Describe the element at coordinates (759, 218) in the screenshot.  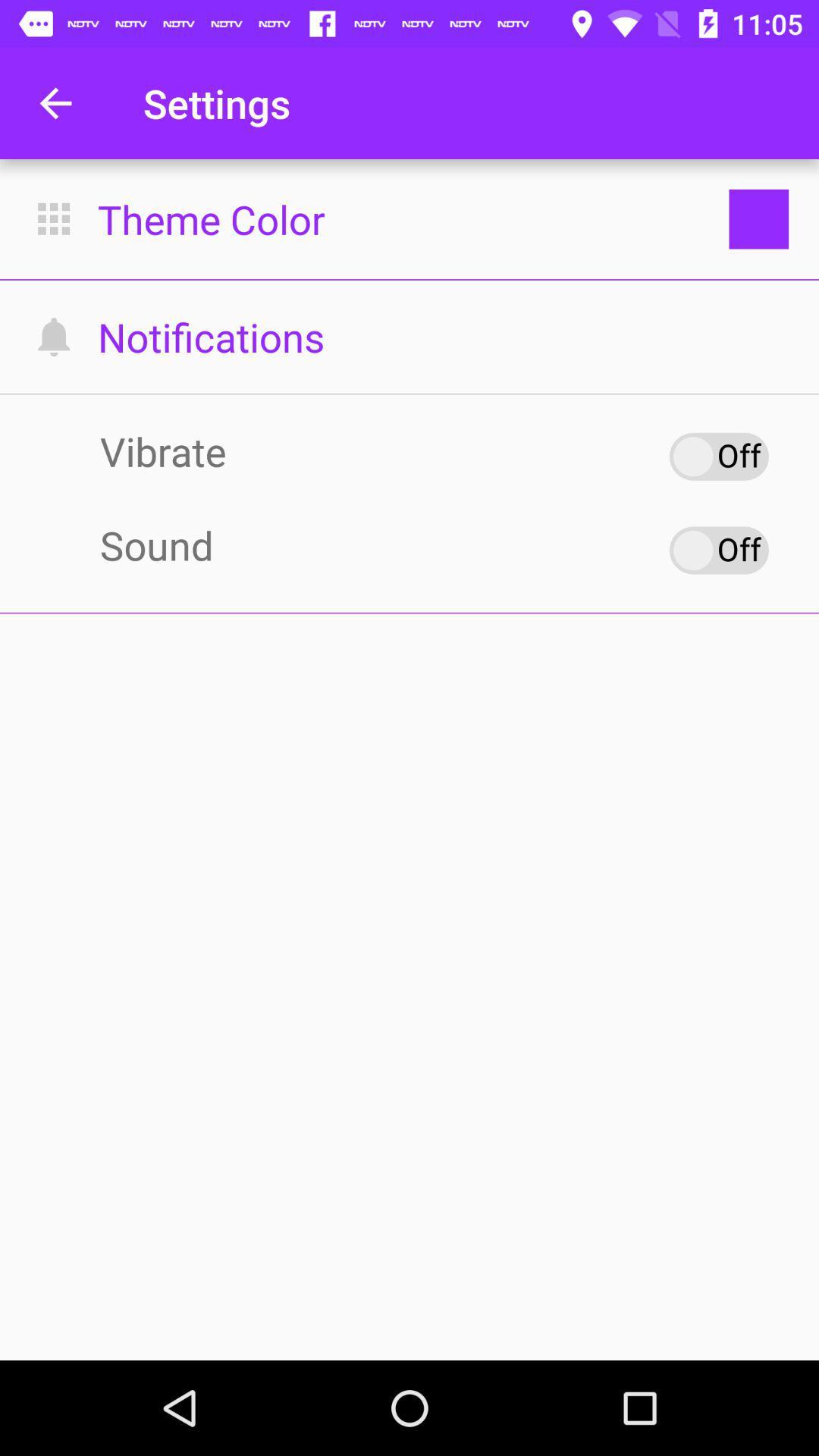
I see `the box which is to the right side of the theme color` at that location.